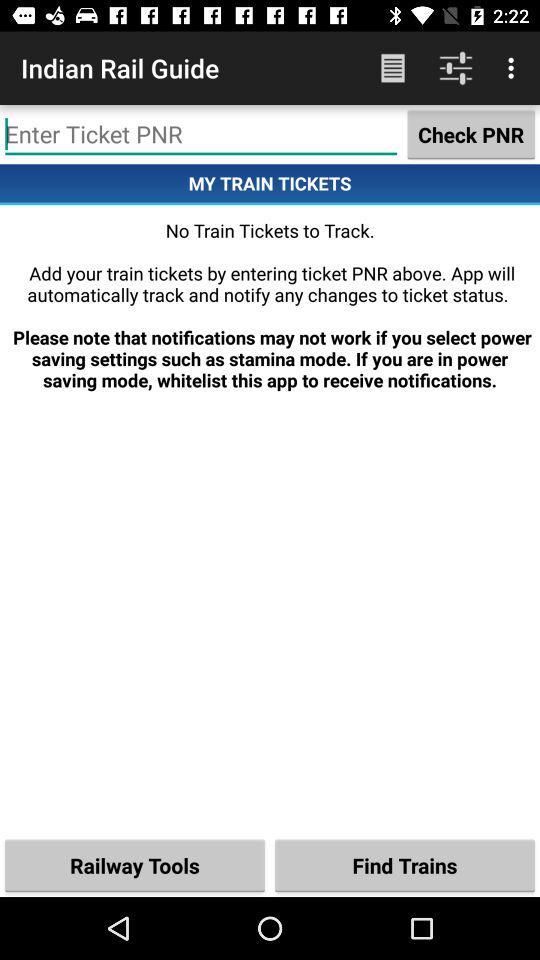 Image resolution: width=540 pixels, height=960 pixels. I want to click on icon above the check pnr, so click(513, 68).